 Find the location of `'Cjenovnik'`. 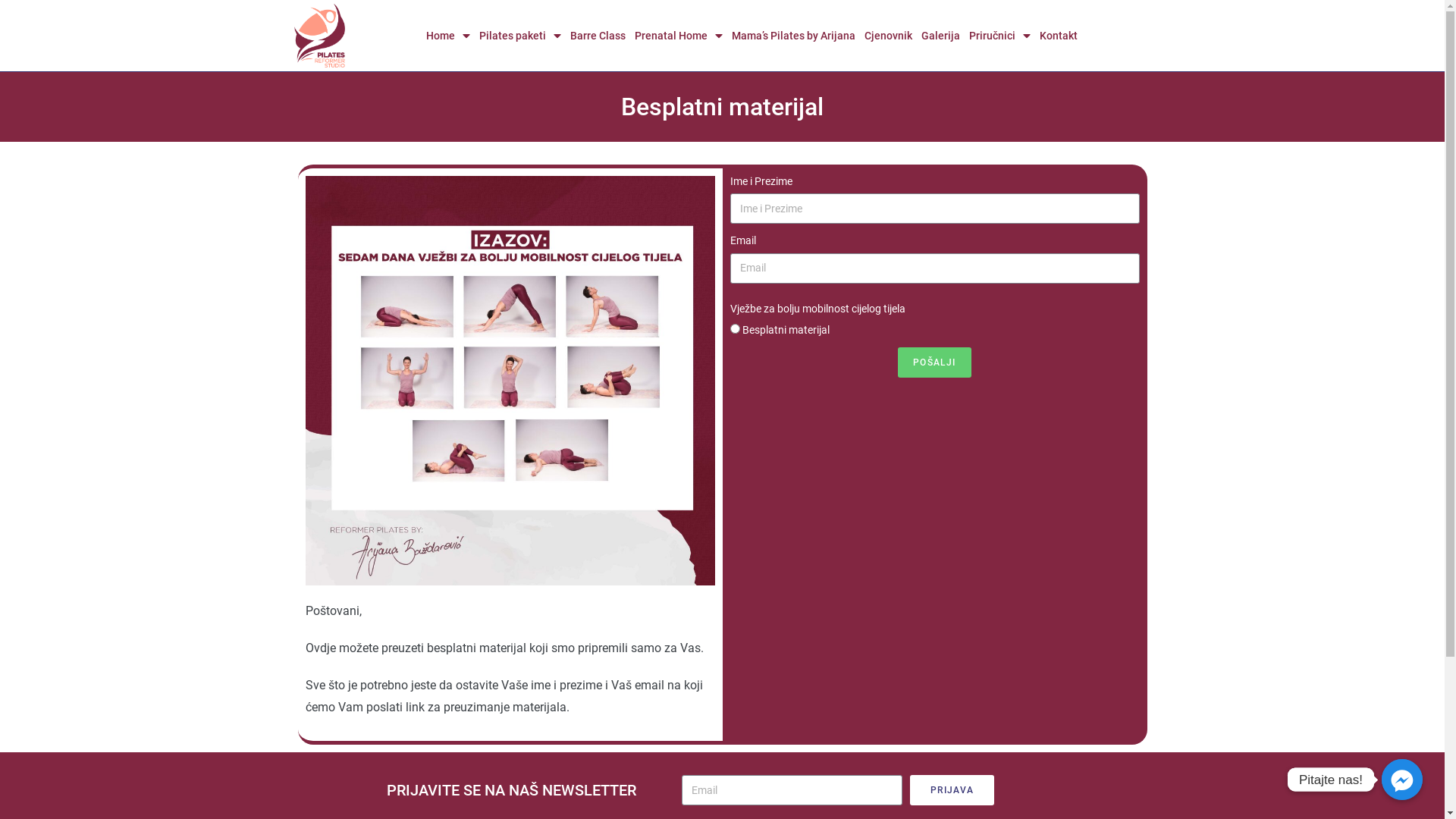

'Cjenovnik' is located at coordinates (888, 34).